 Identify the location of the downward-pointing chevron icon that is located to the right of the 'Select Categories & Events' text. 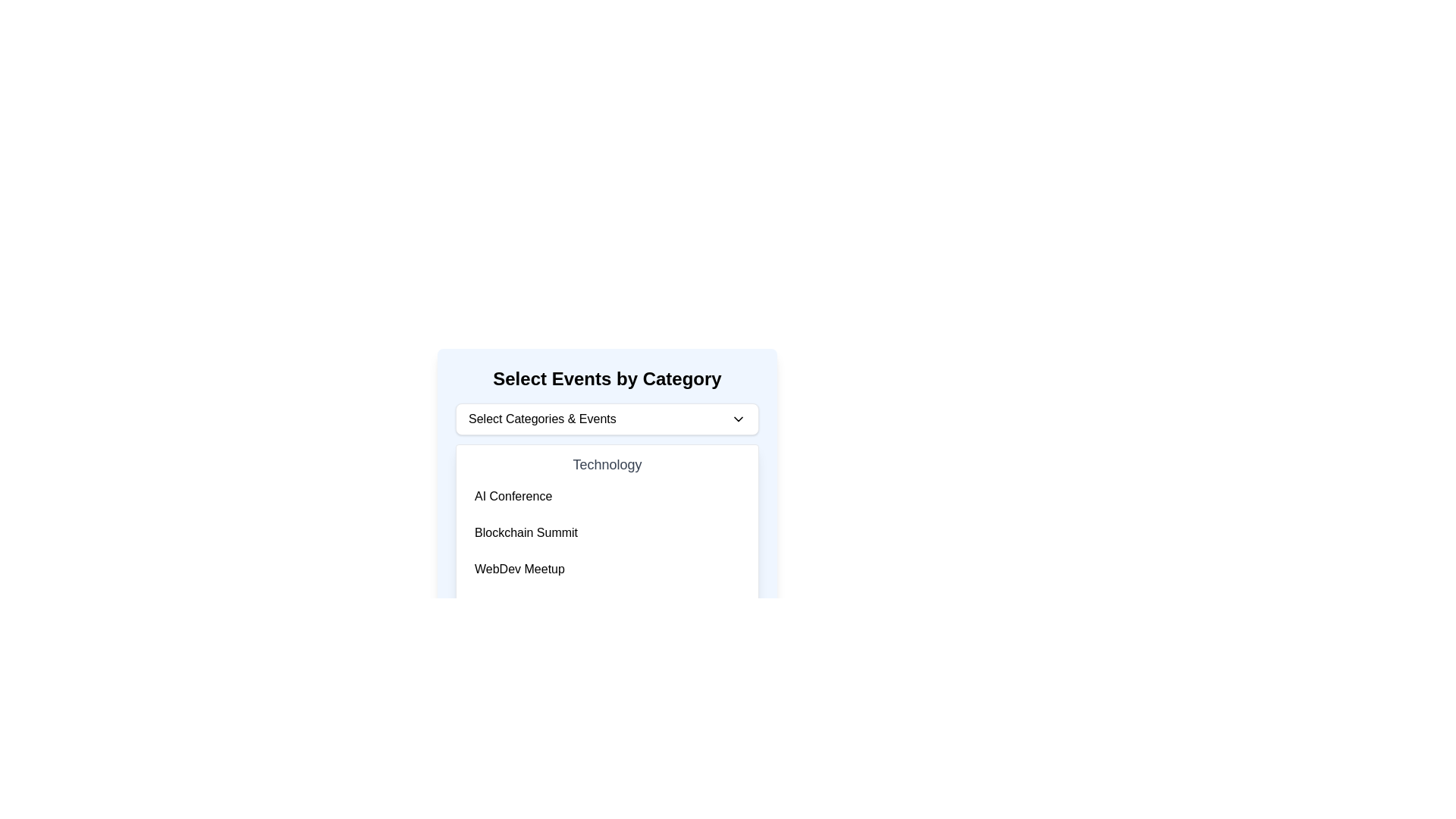
(739, 419).